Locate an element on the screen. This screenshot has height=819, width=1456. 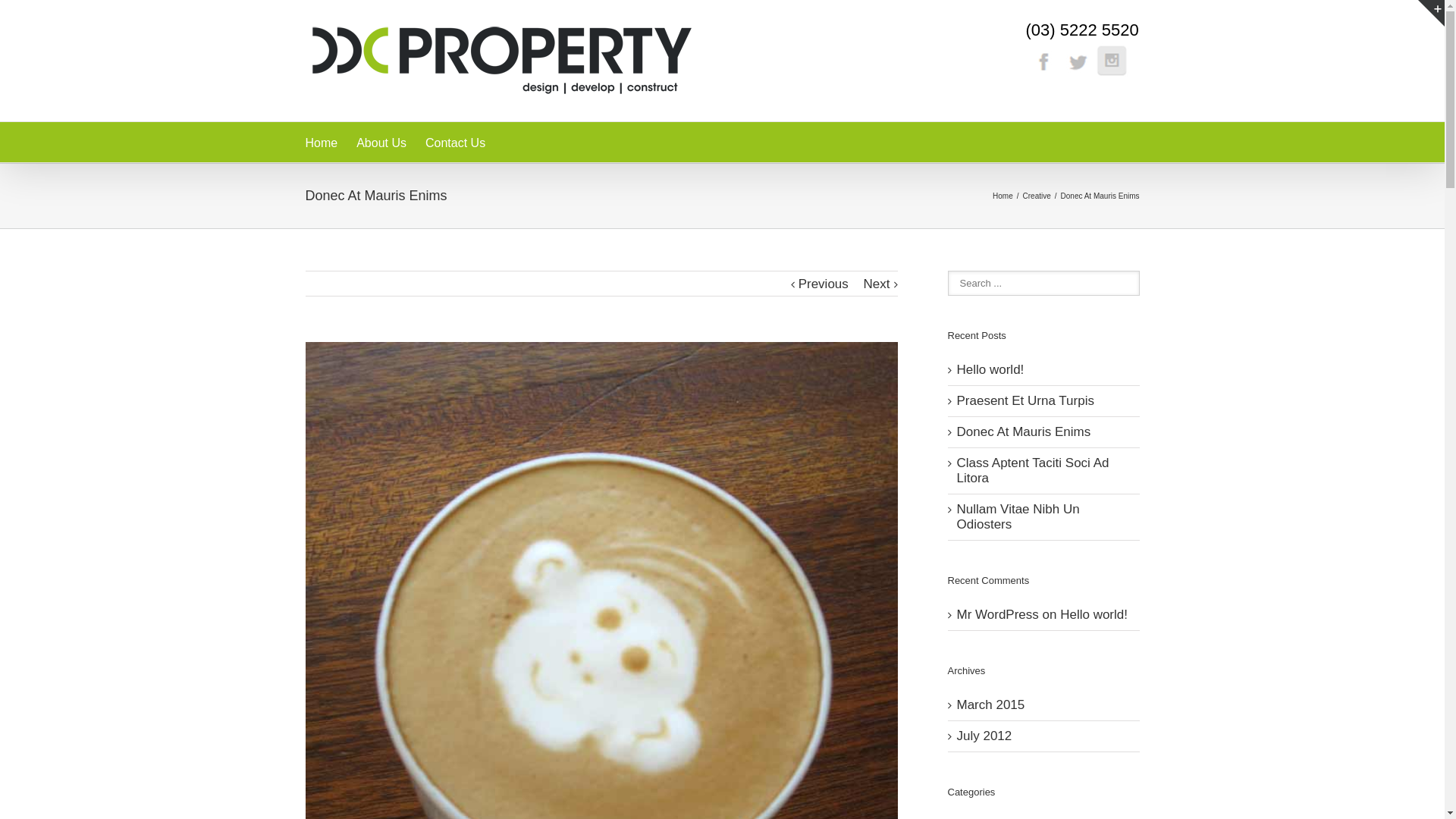
'Nullam Vitae Nibh Un Odiosters' is located at coordinates (1018, 516).